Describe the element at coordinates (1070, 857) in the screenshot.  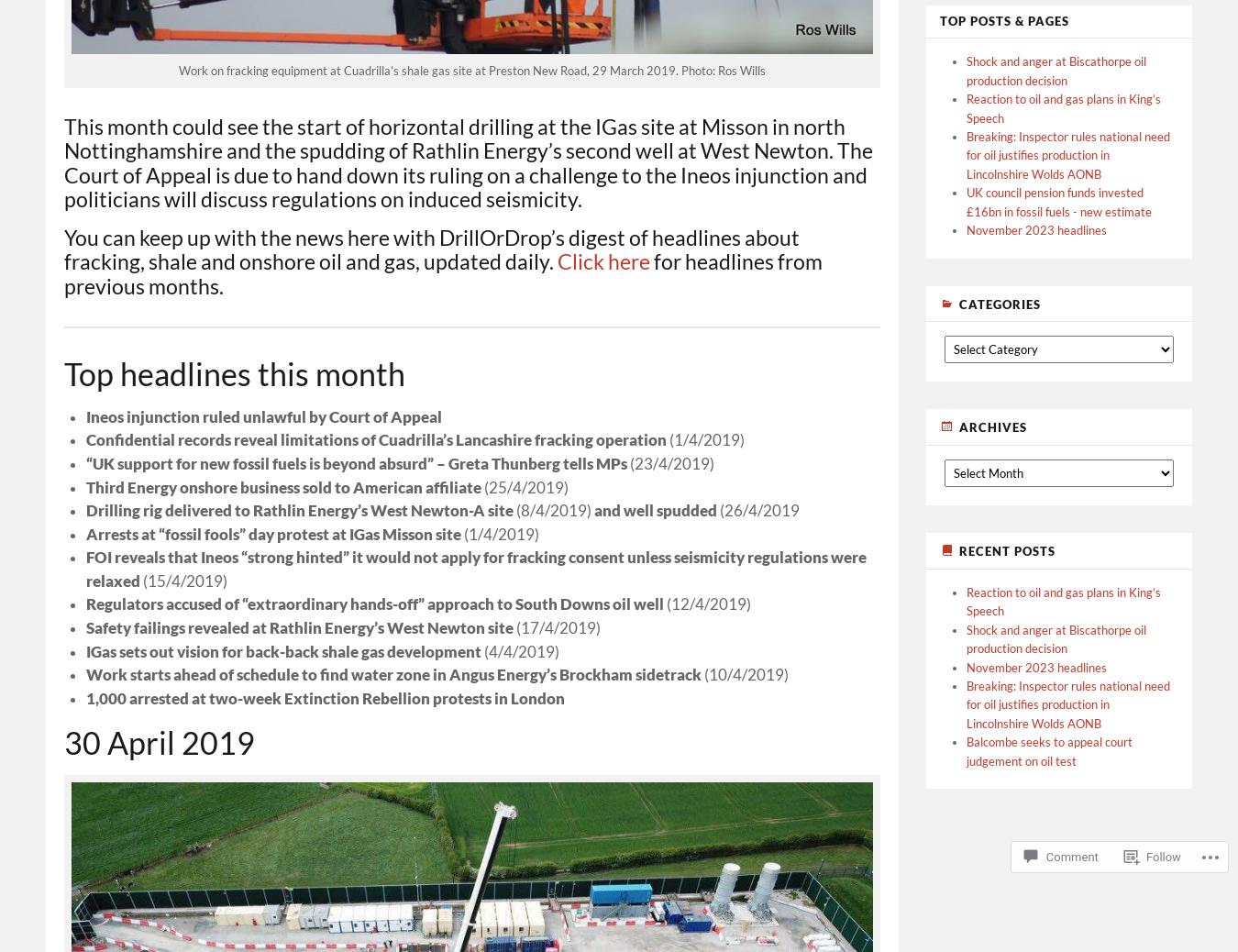
I see `'Comment'` at that location.